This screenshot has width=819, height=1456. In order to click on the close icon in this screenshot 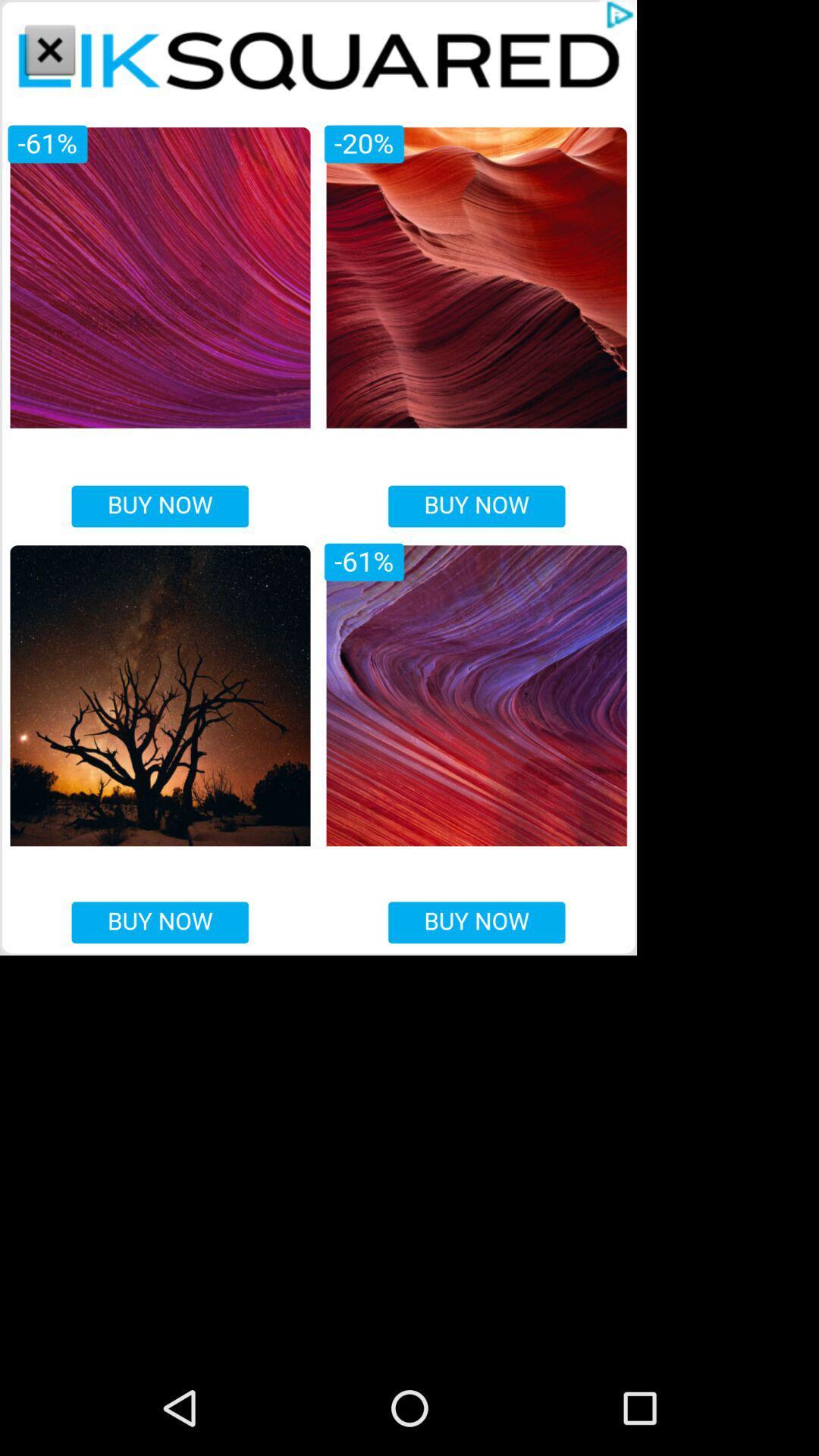, I will do `click(49, 53)`.